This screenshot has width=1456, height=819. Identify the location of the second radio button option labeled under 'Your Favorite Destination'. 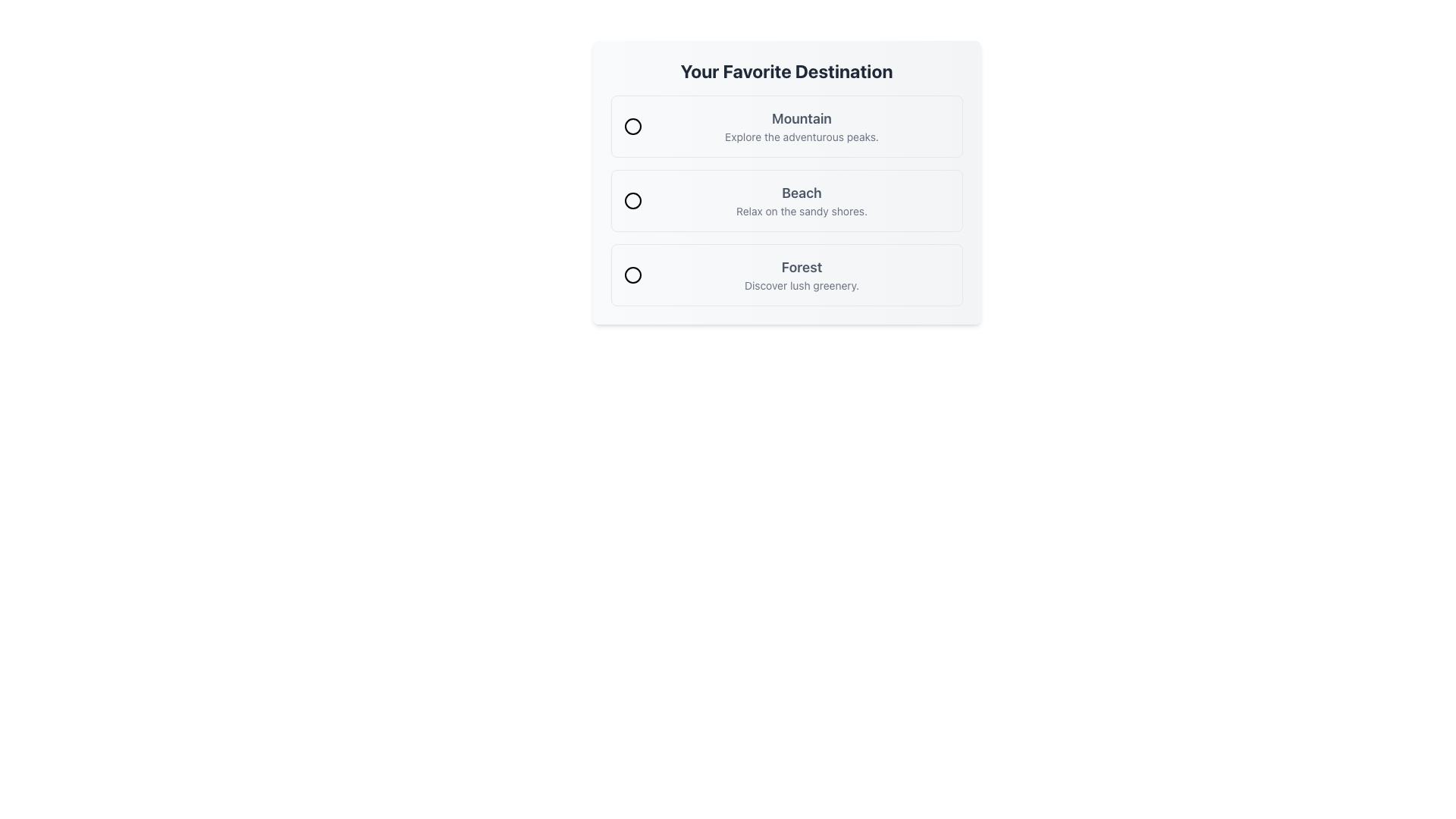
(786, 200).